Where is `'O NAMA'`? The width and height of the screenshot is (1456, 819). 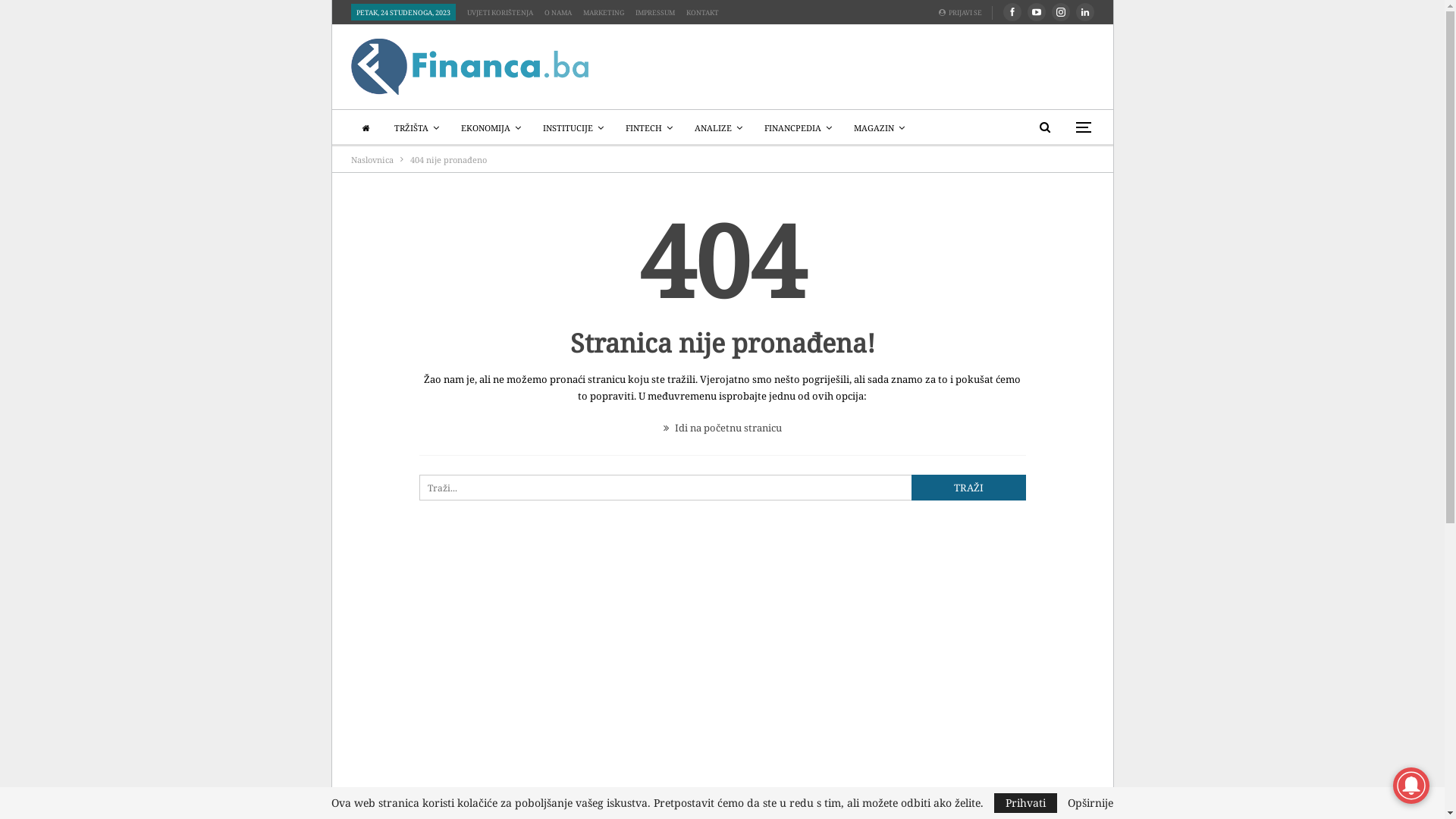
'O NAMA' is located at coordinates (557, 12).